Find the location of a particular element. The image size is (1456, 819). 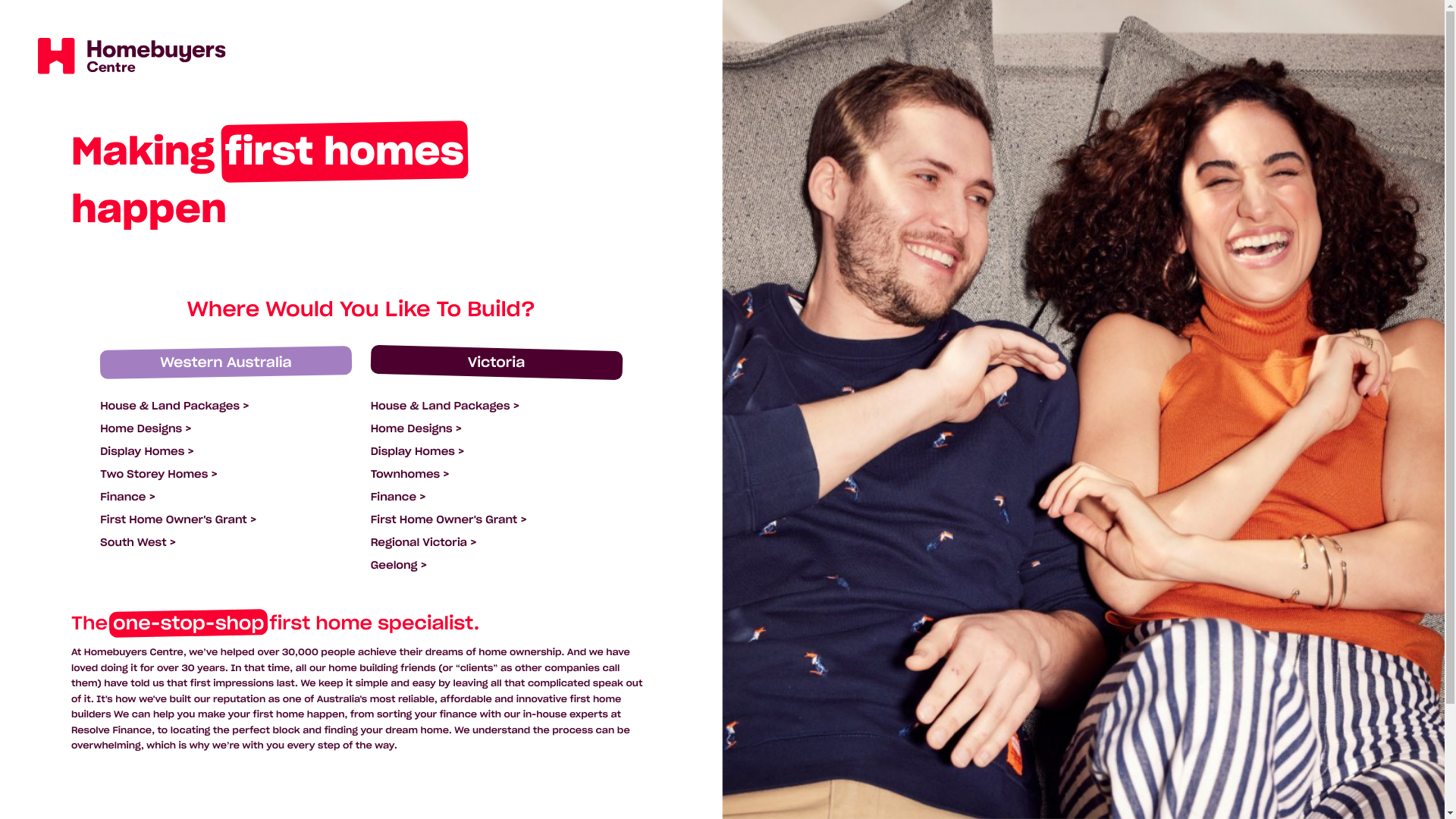

'Display Homes >' is located at coordinates (418, 450).